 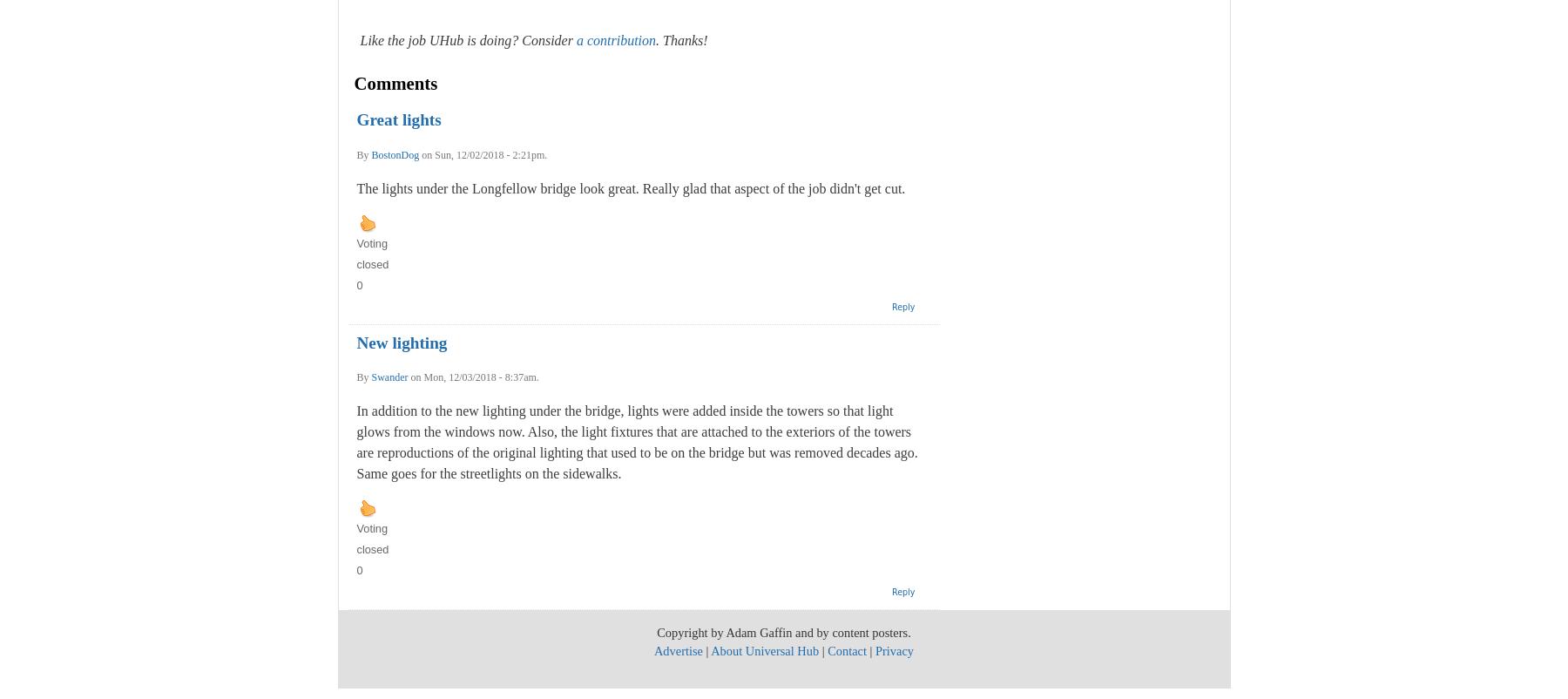 What do you see at coordinates (676, 650) in the screenshot?
I see `'Advertise'` at bounding box center [676, 650].